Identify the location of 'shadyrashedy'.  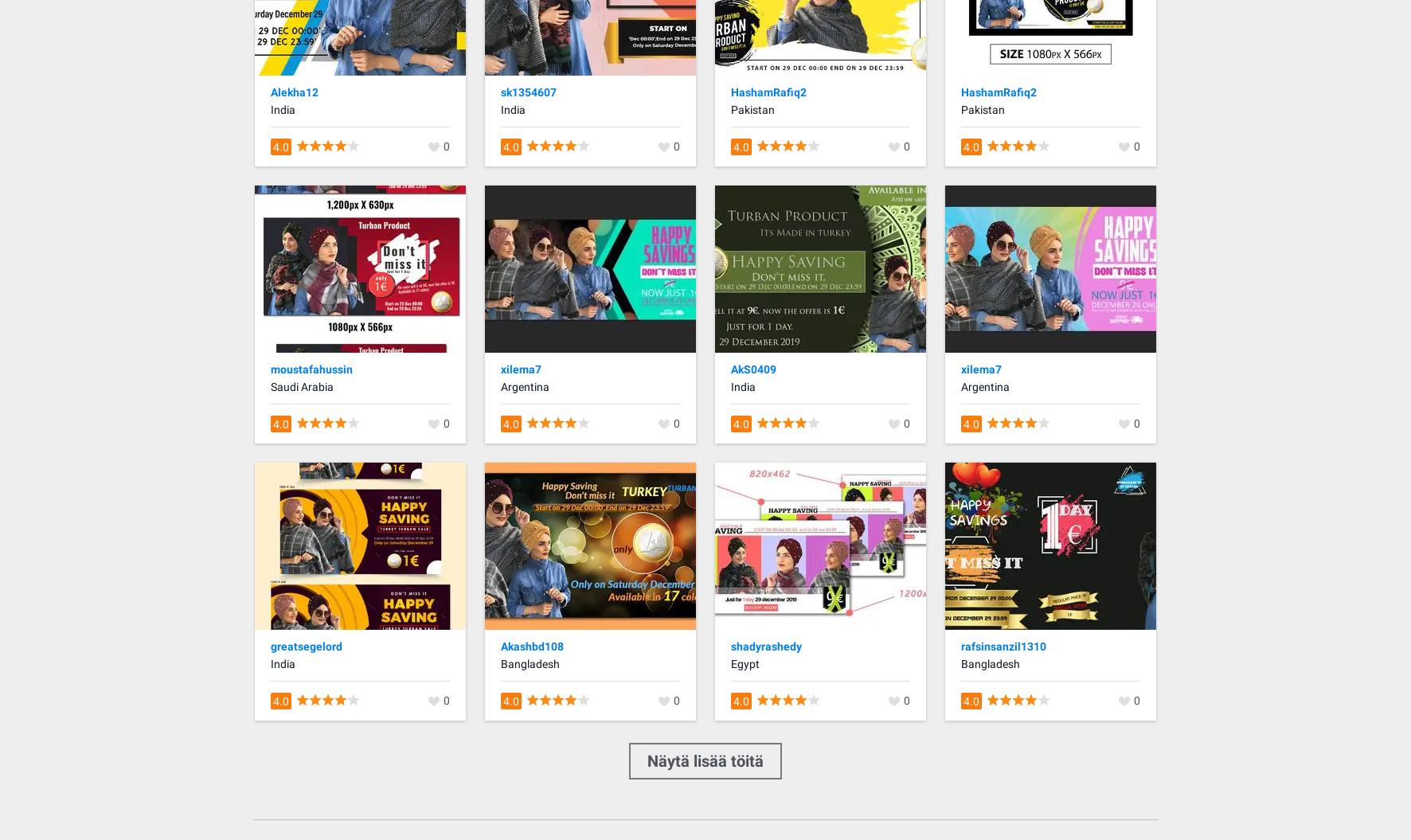
(765, 644).